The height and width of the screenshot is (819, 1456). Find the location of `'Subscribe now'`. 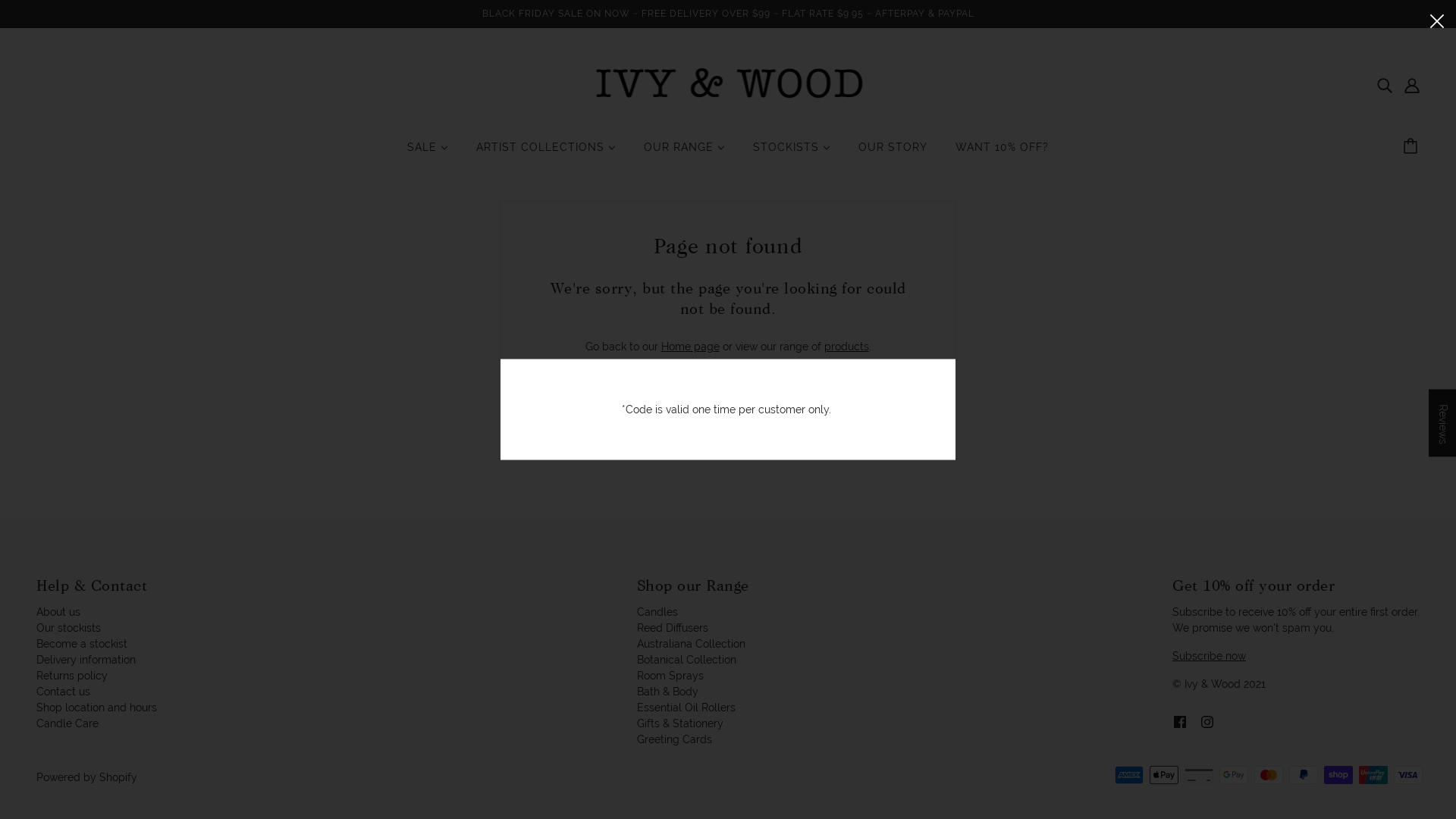

'Subscribe now' is located at coordinates (1208, 654).